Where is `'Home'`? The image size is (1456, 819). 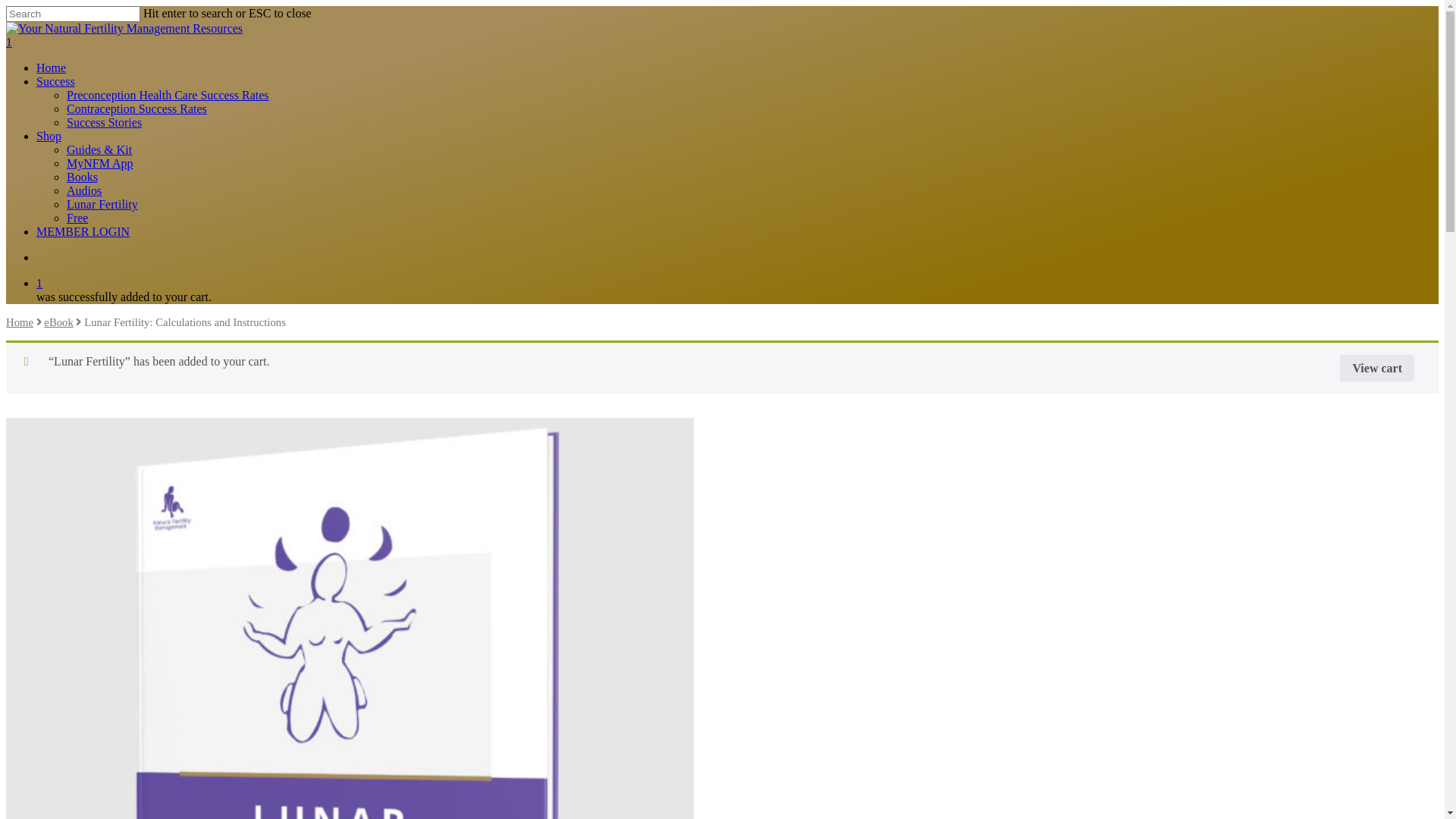
'Home' is located at coordinates (6, 321).